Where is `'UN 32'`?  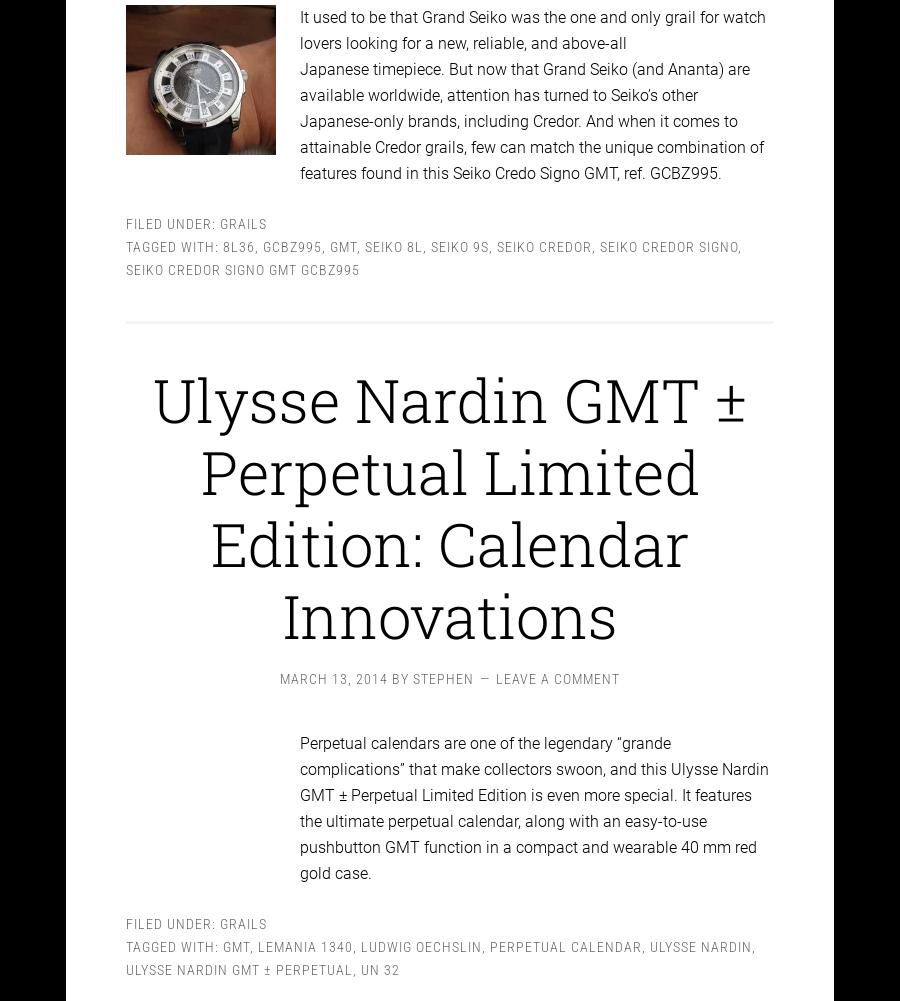 'UN 32' is located at coordinates (380, 950).